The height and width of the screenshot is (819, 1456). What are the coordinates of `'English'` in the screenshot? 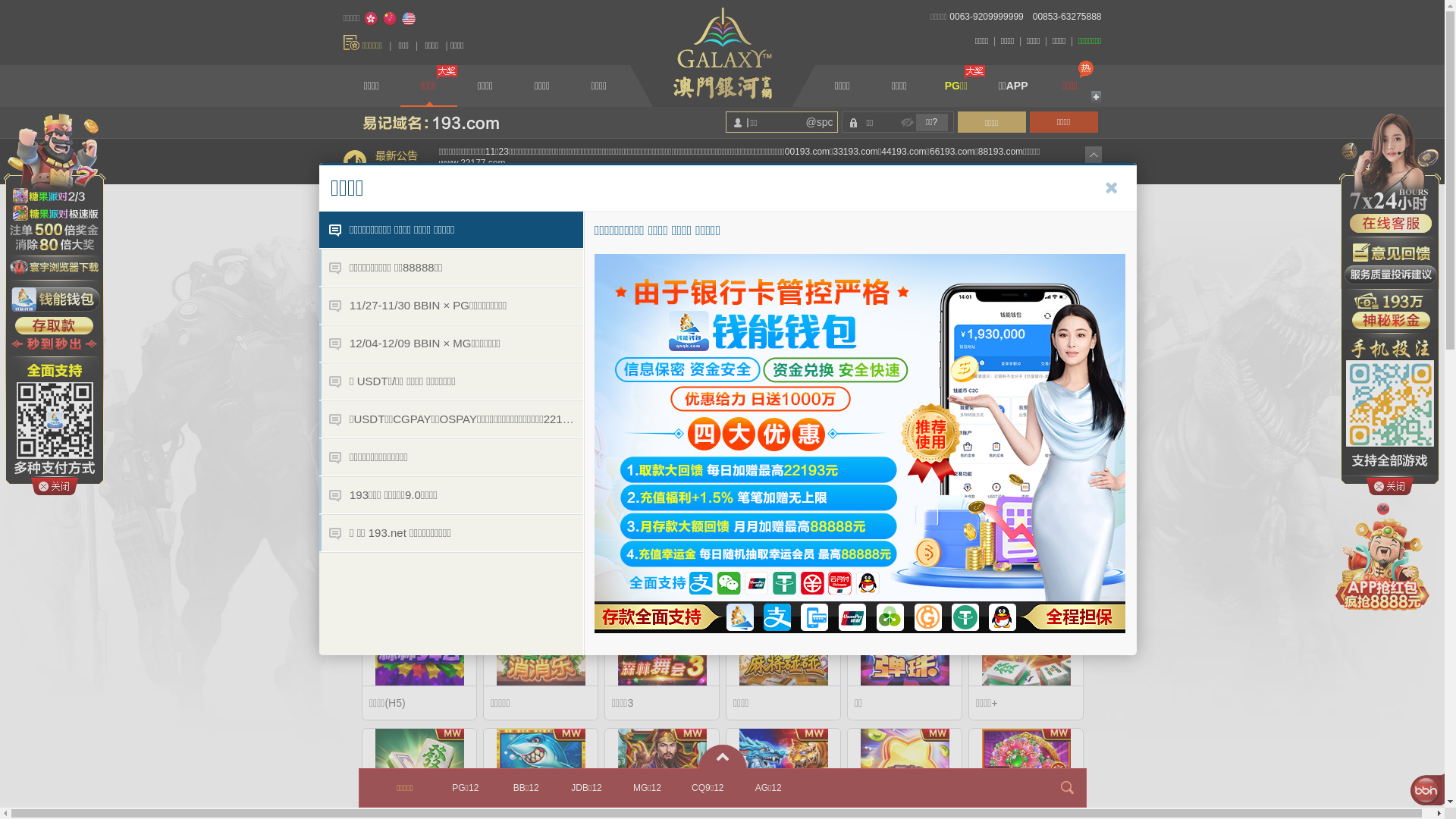 It's located at (408, 18).